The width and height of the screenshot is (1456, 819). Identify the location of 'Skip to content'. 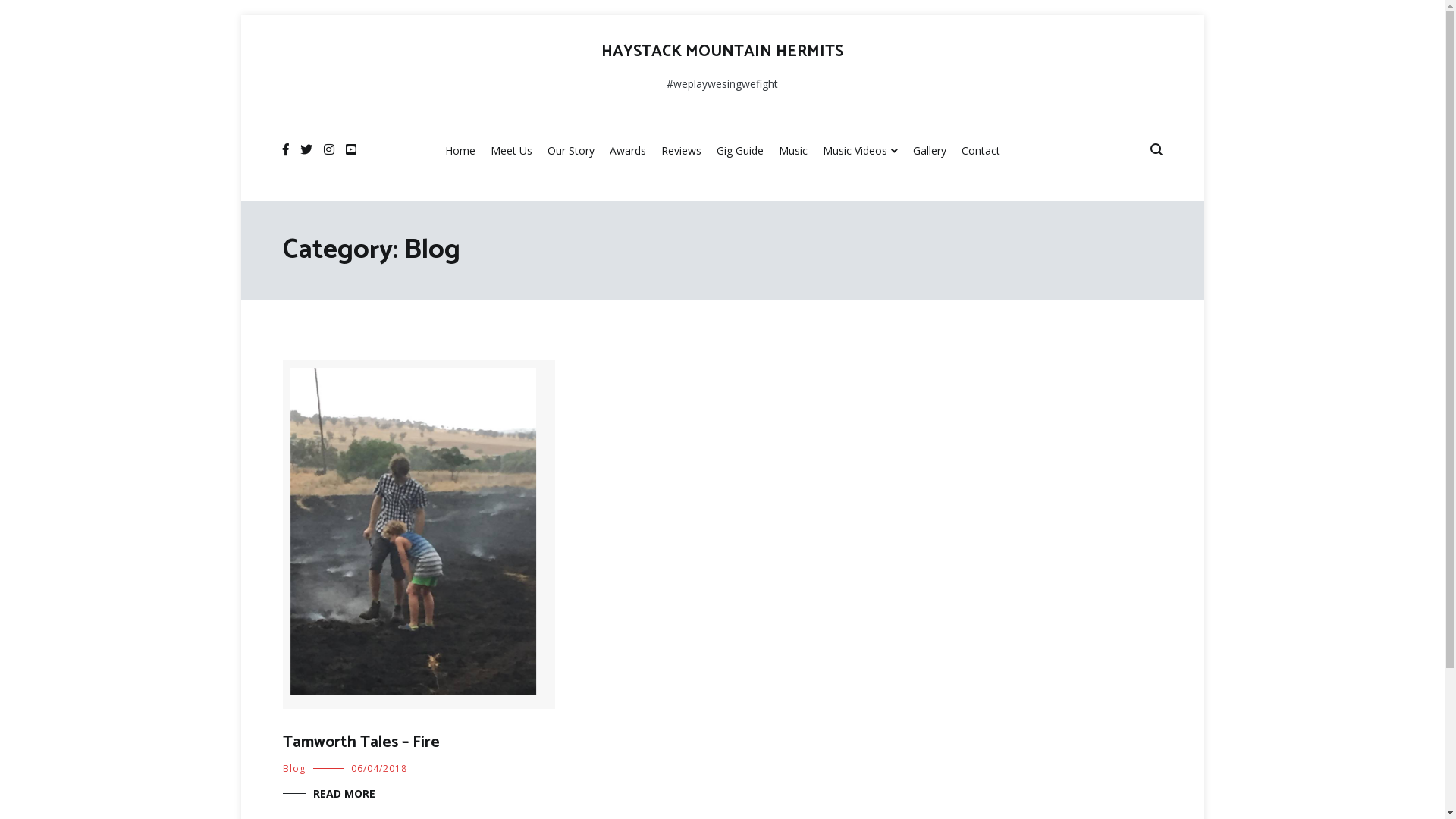
(239, 14).